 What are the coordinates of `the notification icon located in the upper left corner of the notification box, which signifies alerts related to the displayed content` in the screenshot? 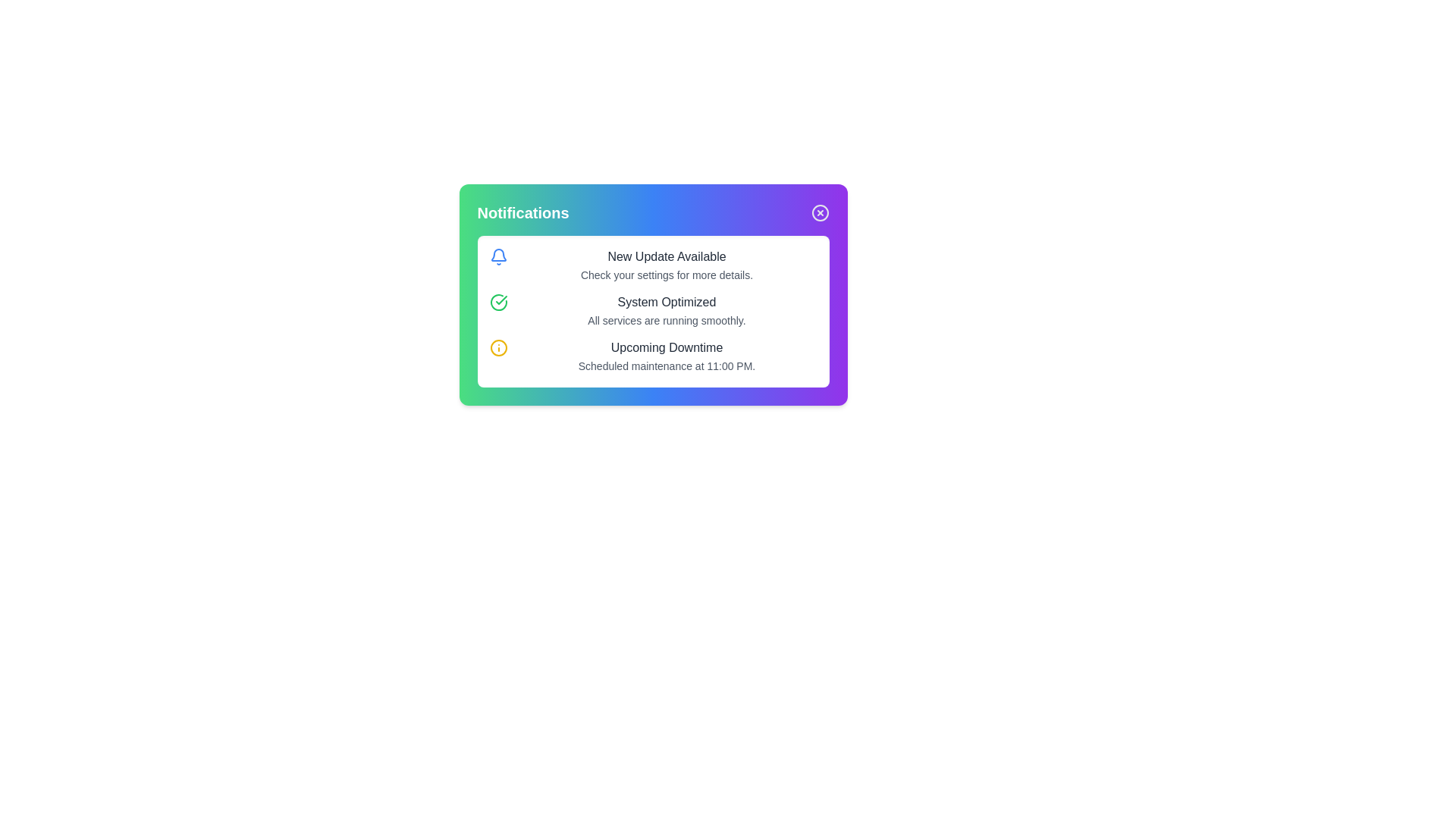 It's located at (498, 256).